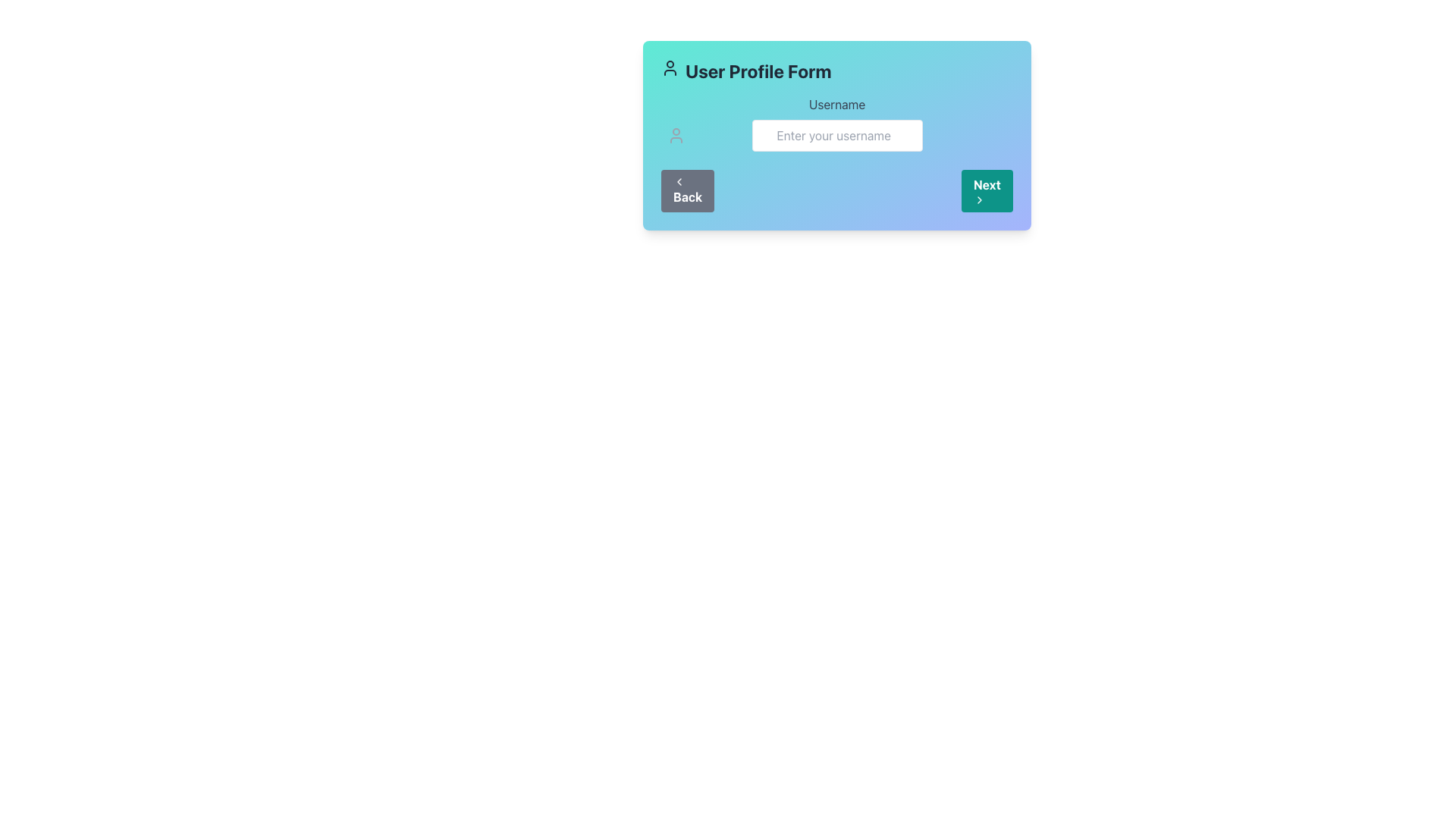 The width and height of the screenshot is (1456, 819). What do you see at coordinates (986, 190) in the screenshot?
I see `the navigation button located at the bottom-right corner of the interface to proceed to the next step` at bounding box center [986, 190].